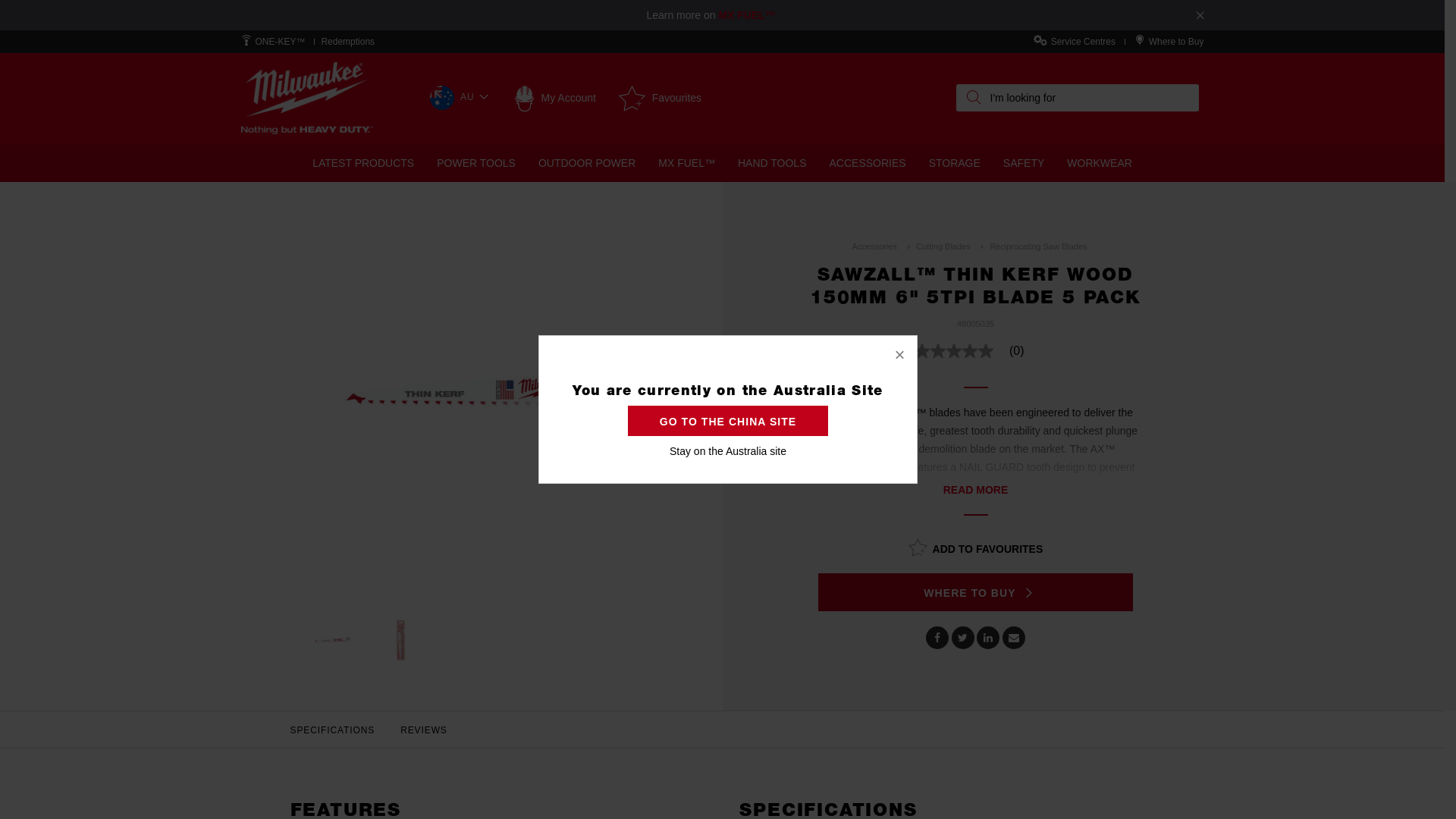 The width and height of the screenshot is (1456, 819). What do you see at coordinates (975, 489) in the screenshot?
I see `'READ MORE'` at bounding box center [975, 489].